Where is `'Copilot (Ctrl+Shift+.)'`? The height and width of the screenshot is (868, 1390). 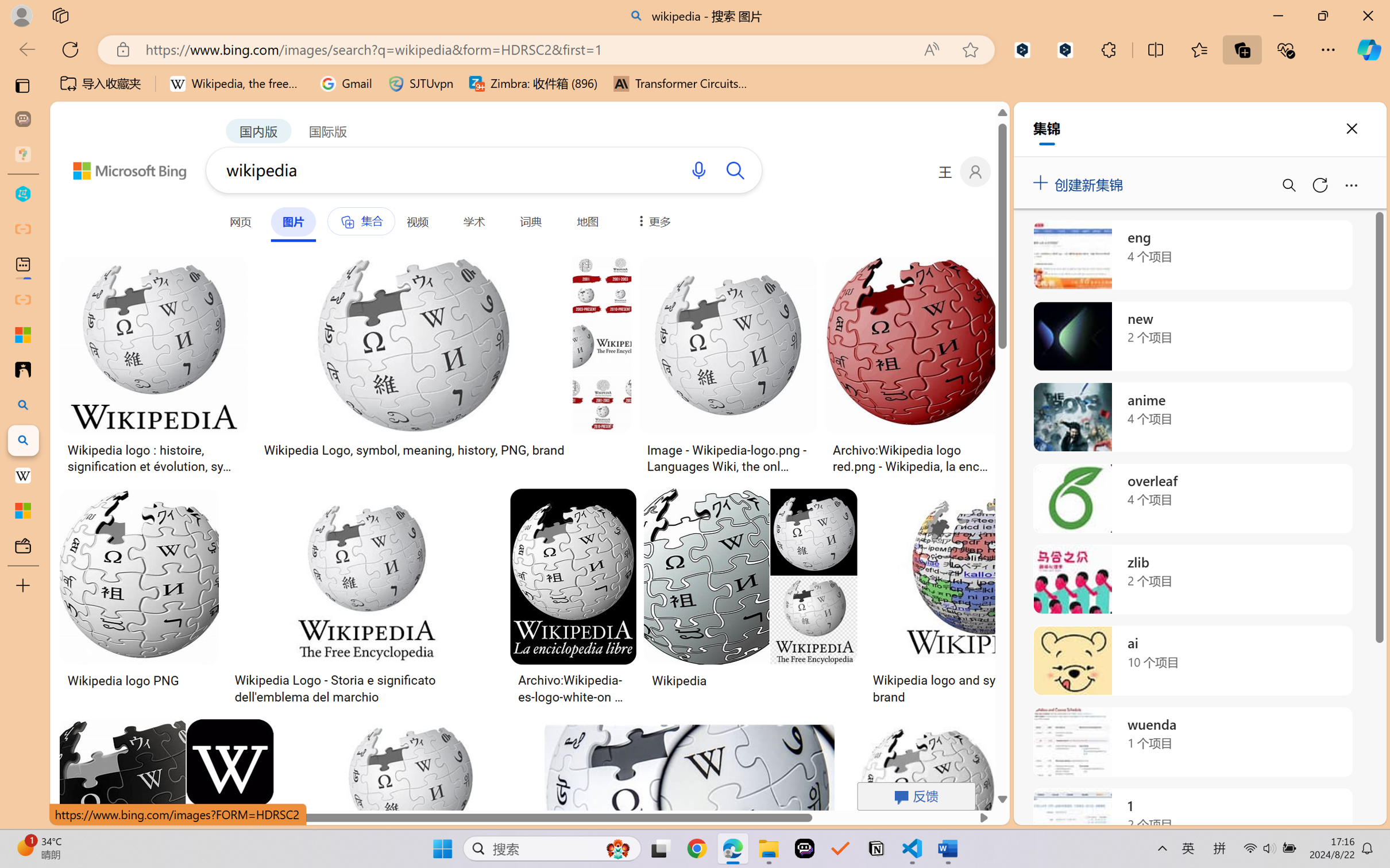 'Copilot (Ctrl+Shift+.)' is located at coordinates (1369, 49).